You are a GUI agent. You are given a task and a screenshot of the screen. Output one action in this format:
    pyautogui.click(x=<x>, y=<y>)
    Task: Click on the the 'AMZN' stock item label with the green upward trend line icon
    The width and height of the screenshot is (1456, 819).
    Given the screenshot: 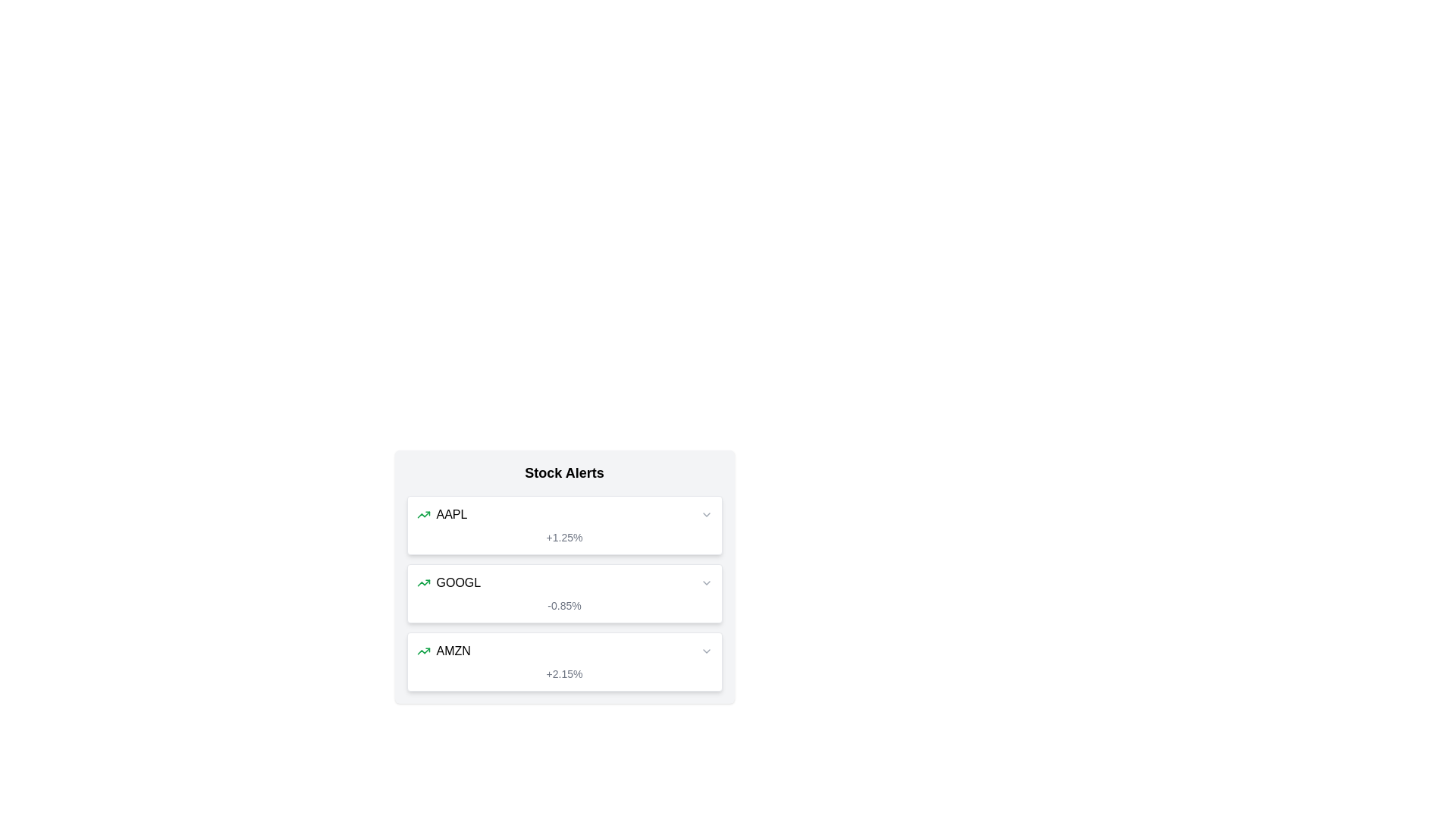 What is the action you would take?
    pyautogui.click(x=443, y=651)
    